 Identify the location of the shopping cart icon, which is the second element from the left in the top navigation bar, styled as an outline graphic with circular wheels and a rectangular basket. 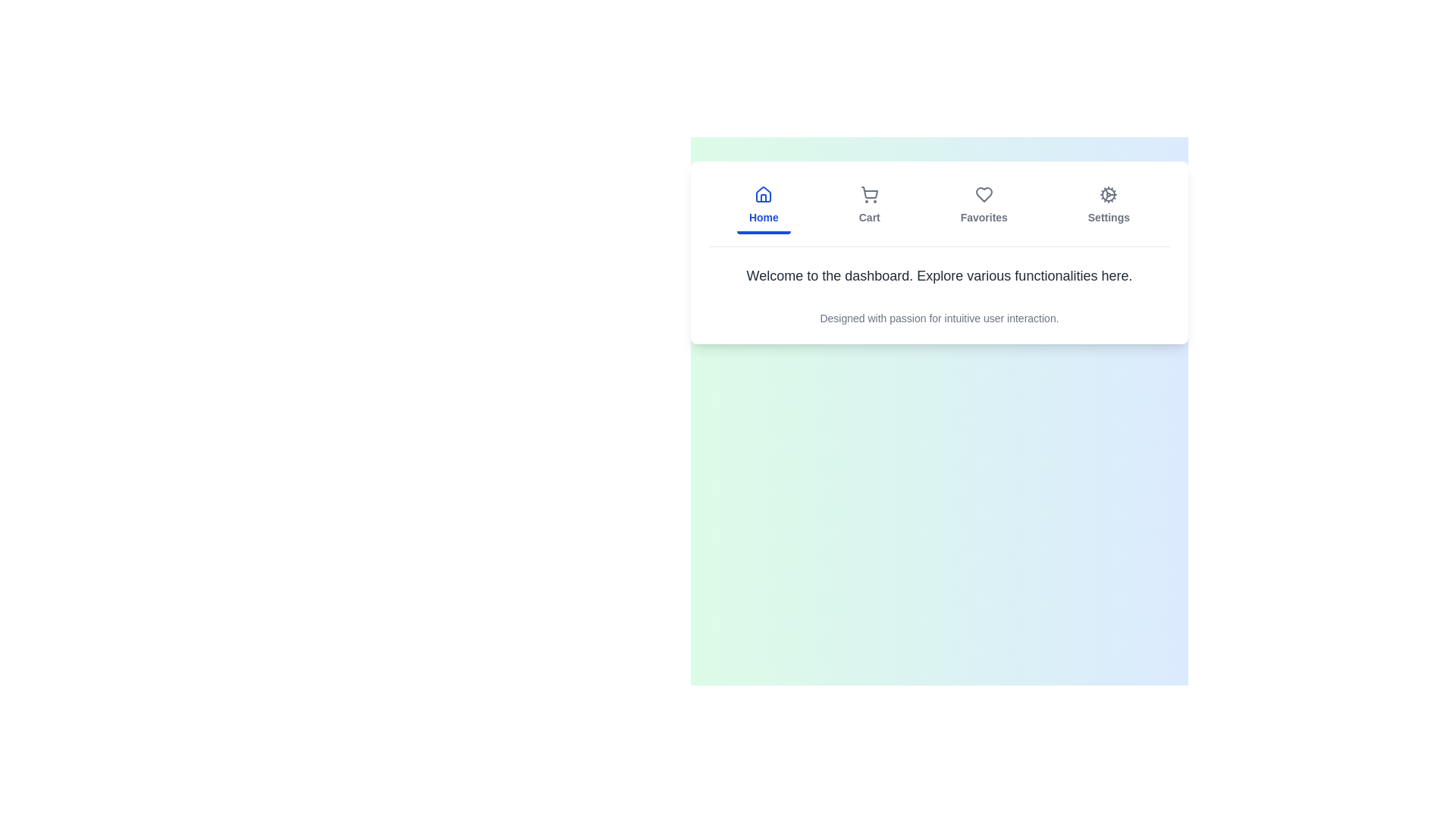
(869, 194).